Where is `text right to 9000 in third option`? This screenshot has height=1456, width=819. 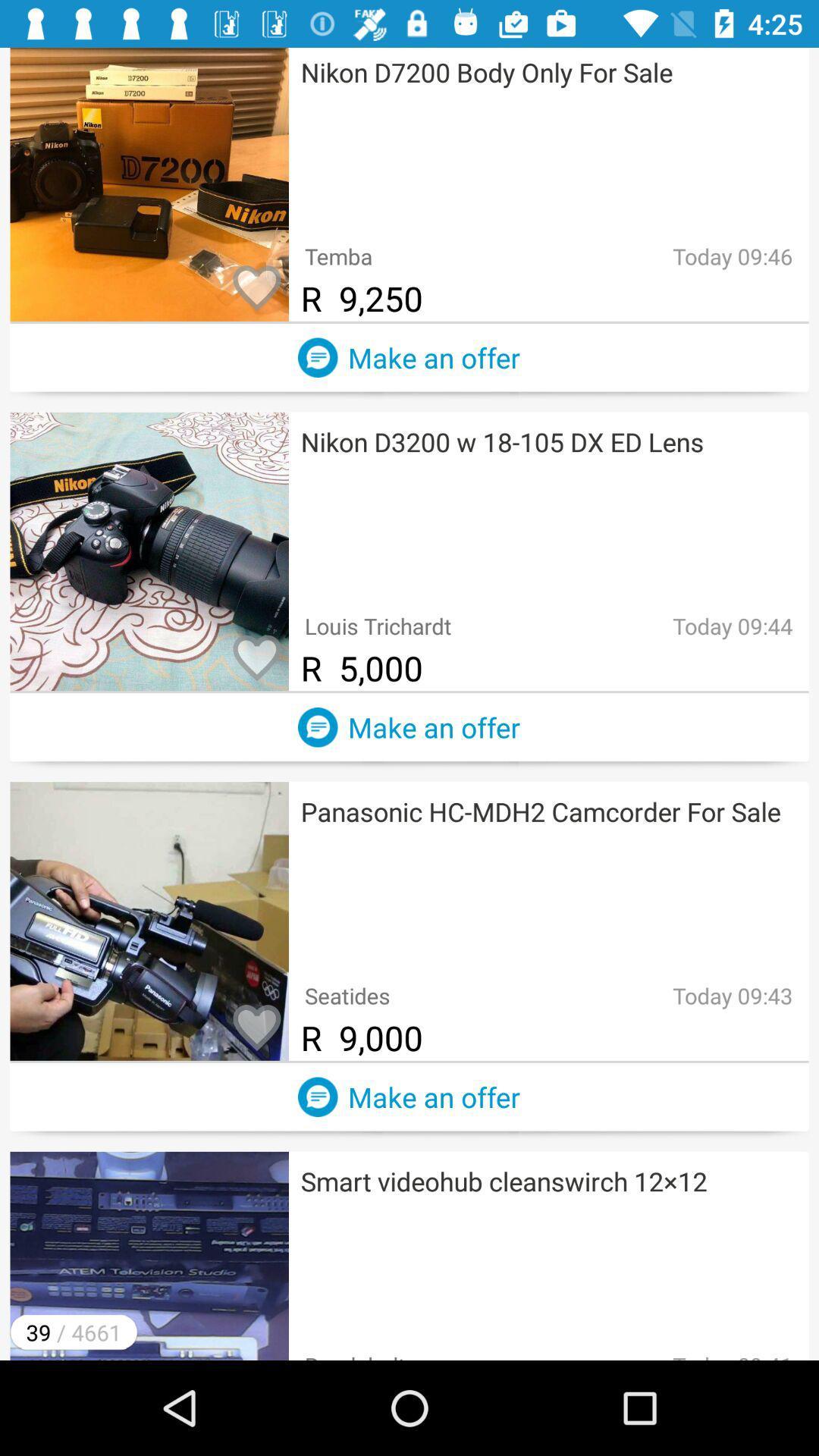
text right to 9000 in third option is located at coordinates (719, 1026).